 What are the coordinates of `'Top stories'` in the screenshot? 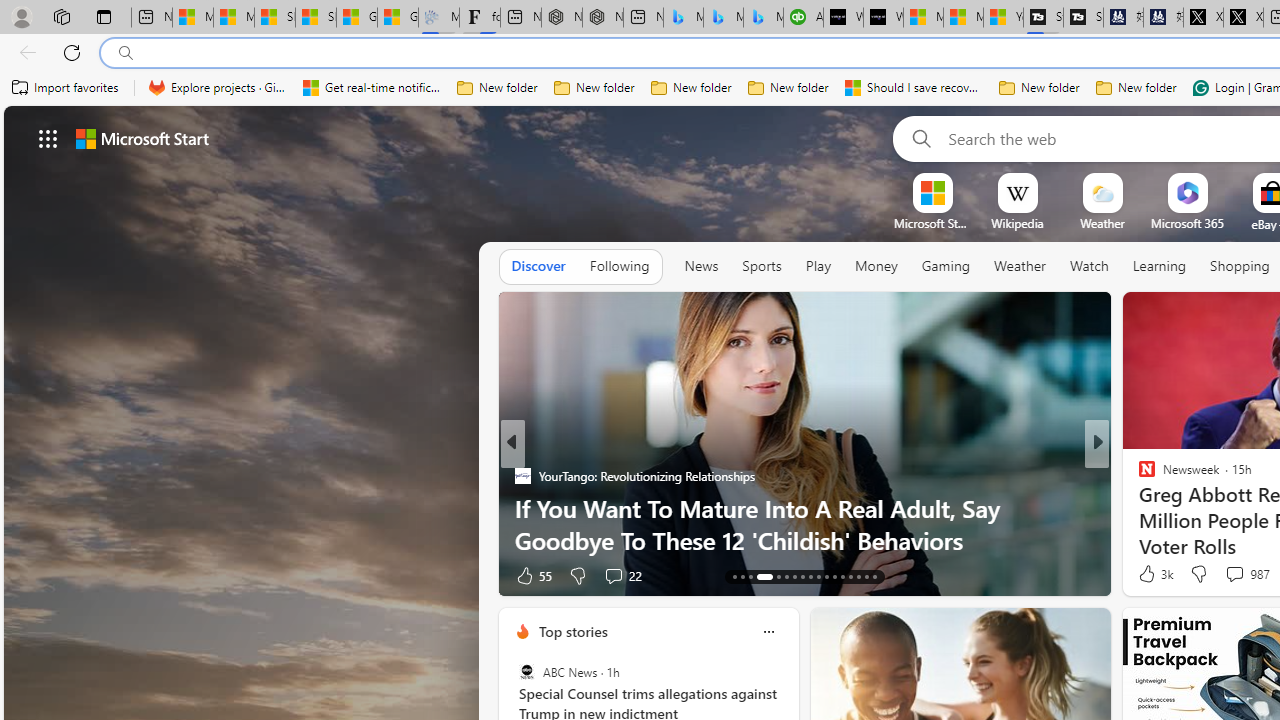 It's located at (571, 631).